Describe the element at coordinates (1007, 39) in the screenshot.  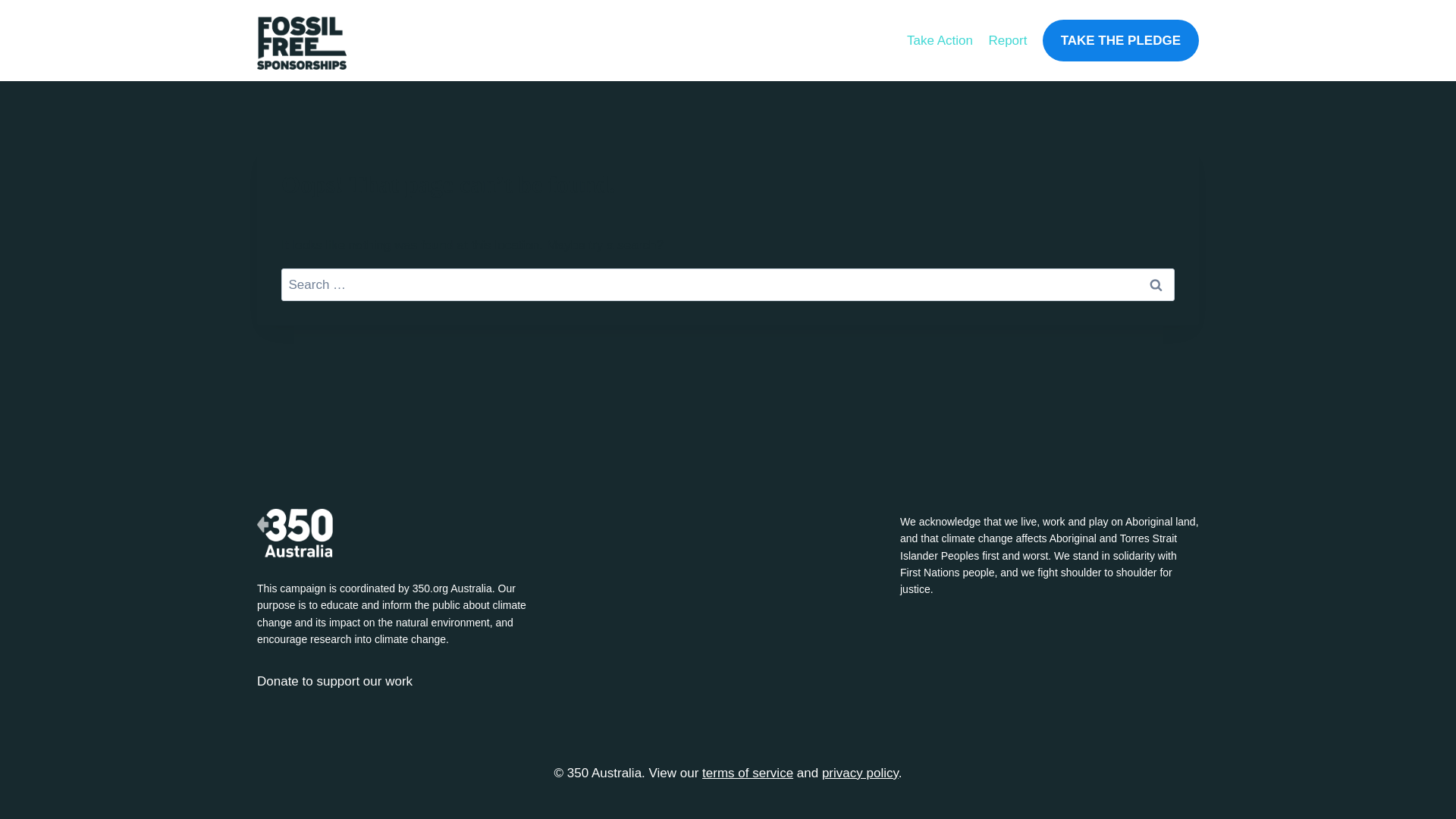
I see `'Report'` at that location.